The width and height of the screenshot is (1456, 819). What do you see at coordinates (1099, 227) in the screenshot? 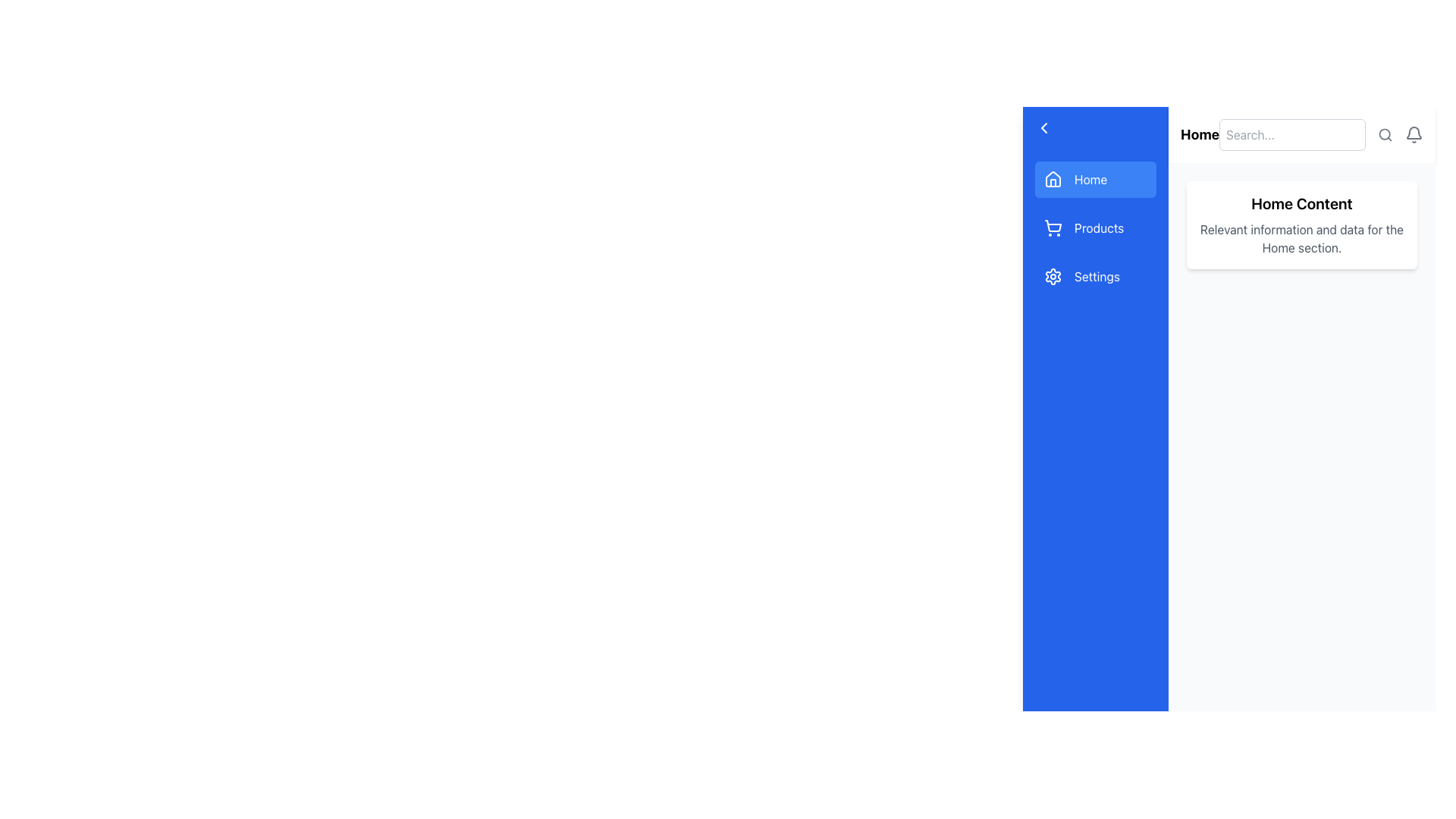
I see `the 'Products' text label in the sidebar navigation menu to interact visually with it` at bounding box center [1099, 227].